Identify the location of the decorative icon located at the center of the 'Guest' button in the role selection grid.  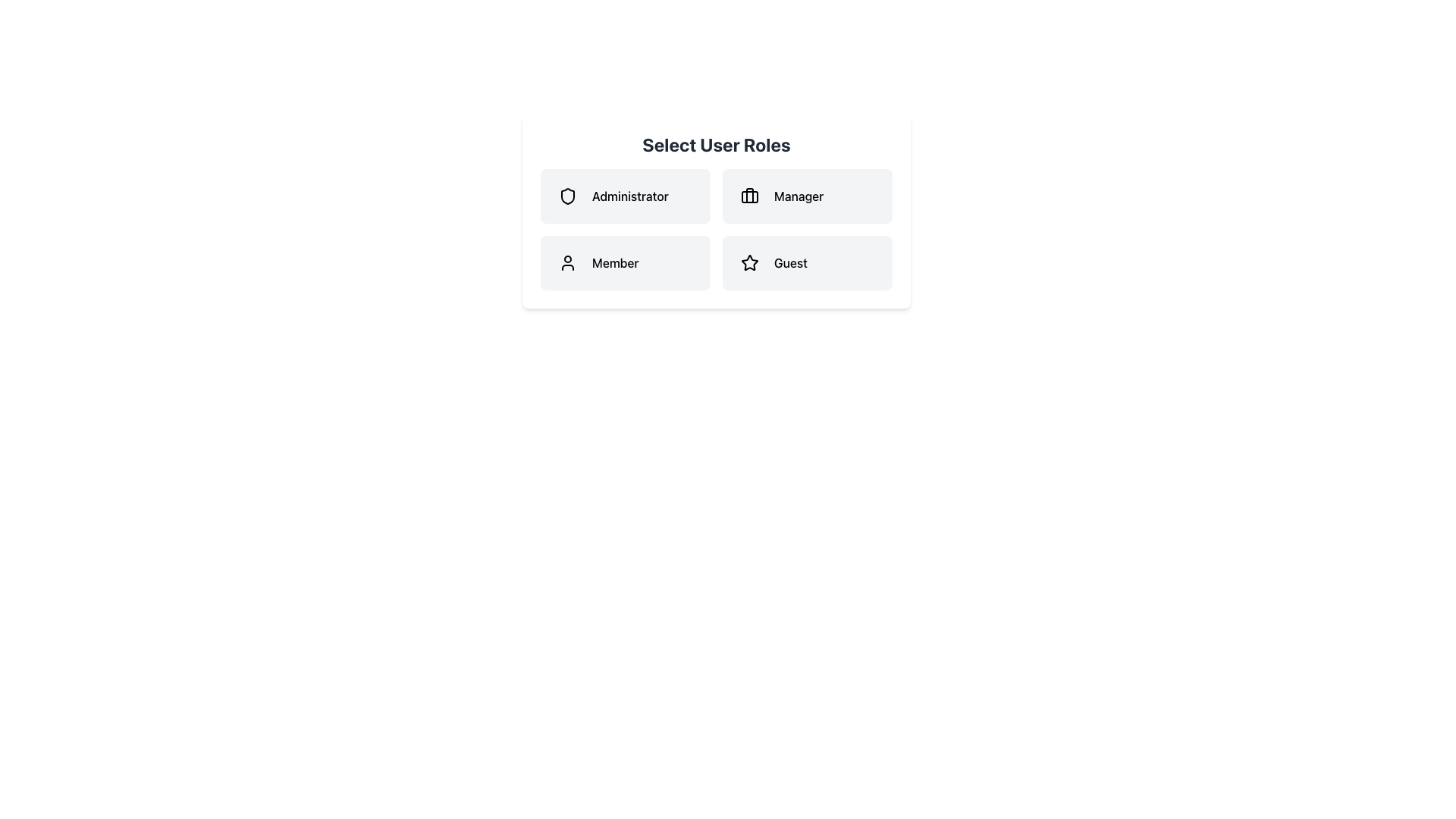
(749, 262).